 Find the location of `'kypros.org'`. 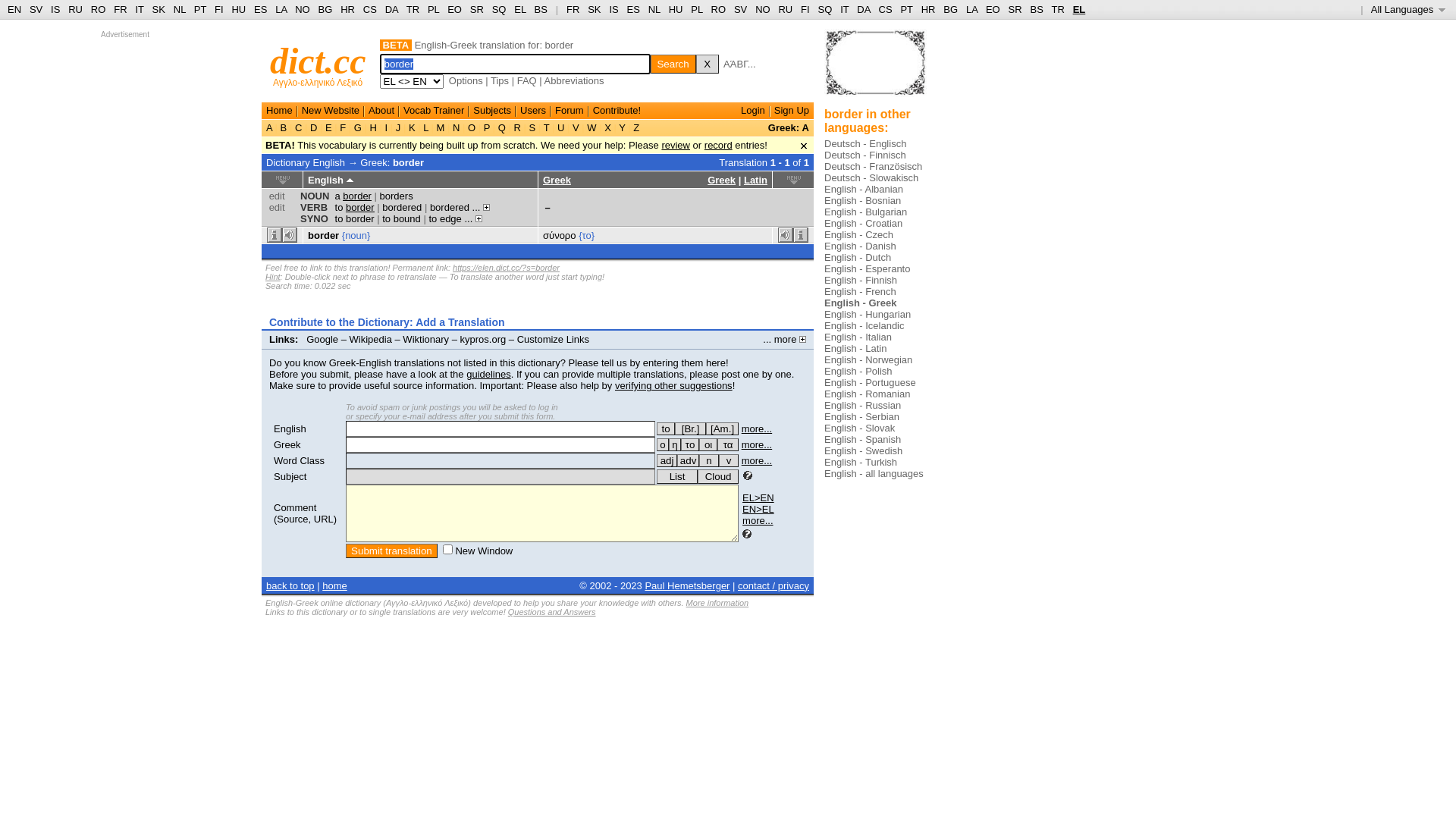

'kypros.org' is located at coordinates (459, 338).